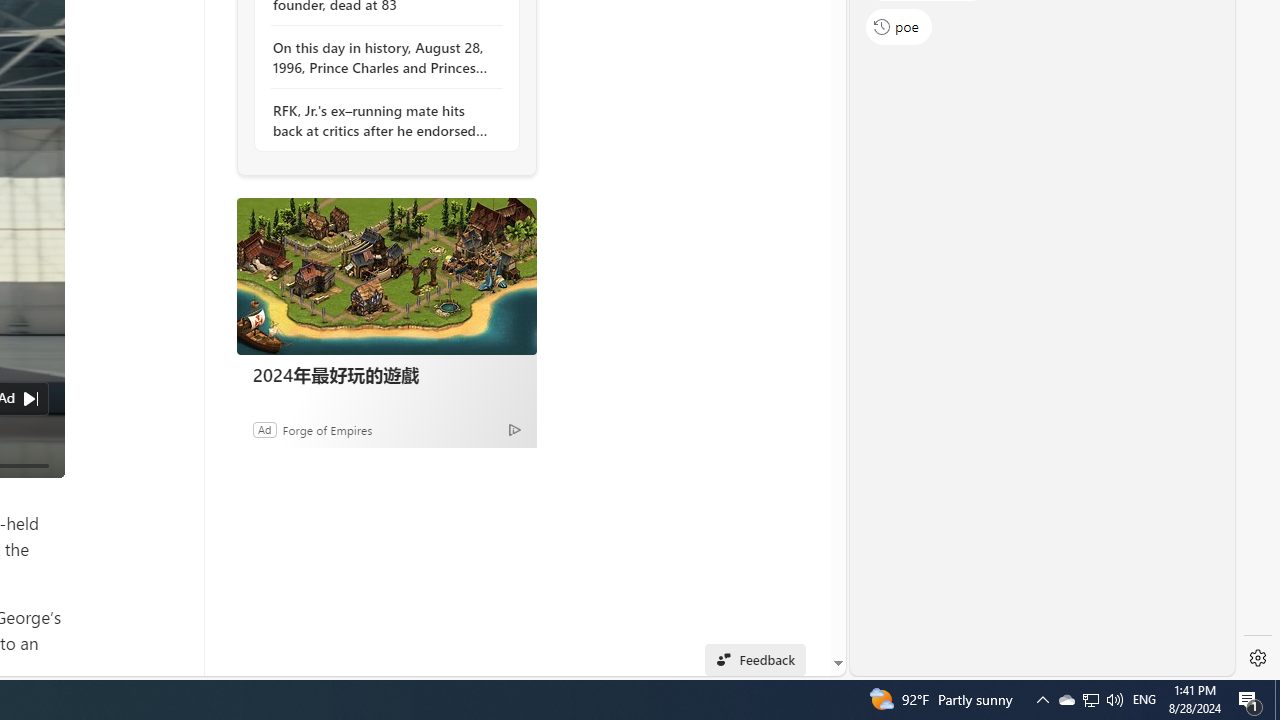 This screenshot has width=1280, height=720. I want to click on 'Settings', so click(1257, 658).